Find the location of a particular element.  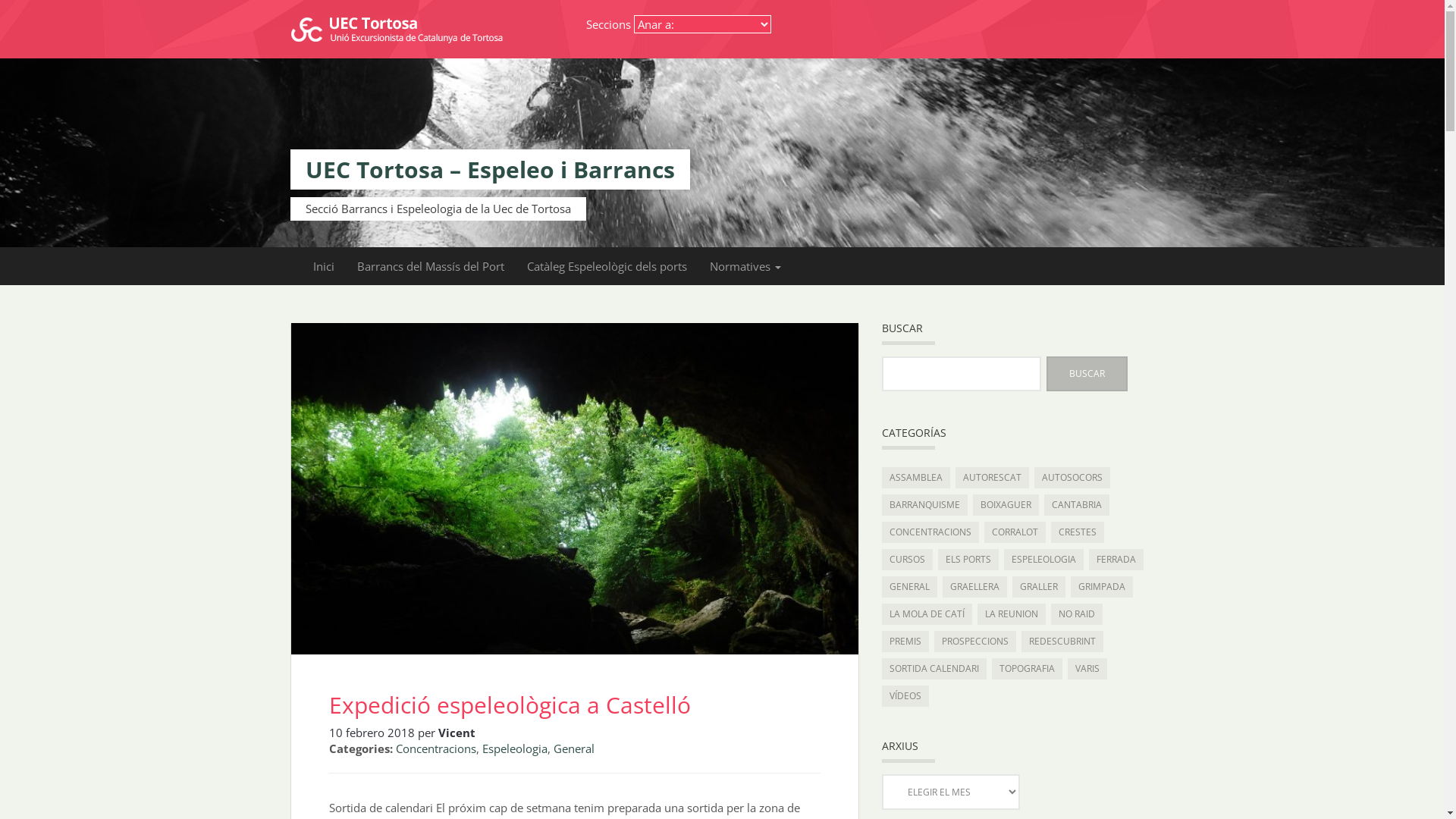

'CANTABRIA' is located at coordinates (1075, 505).